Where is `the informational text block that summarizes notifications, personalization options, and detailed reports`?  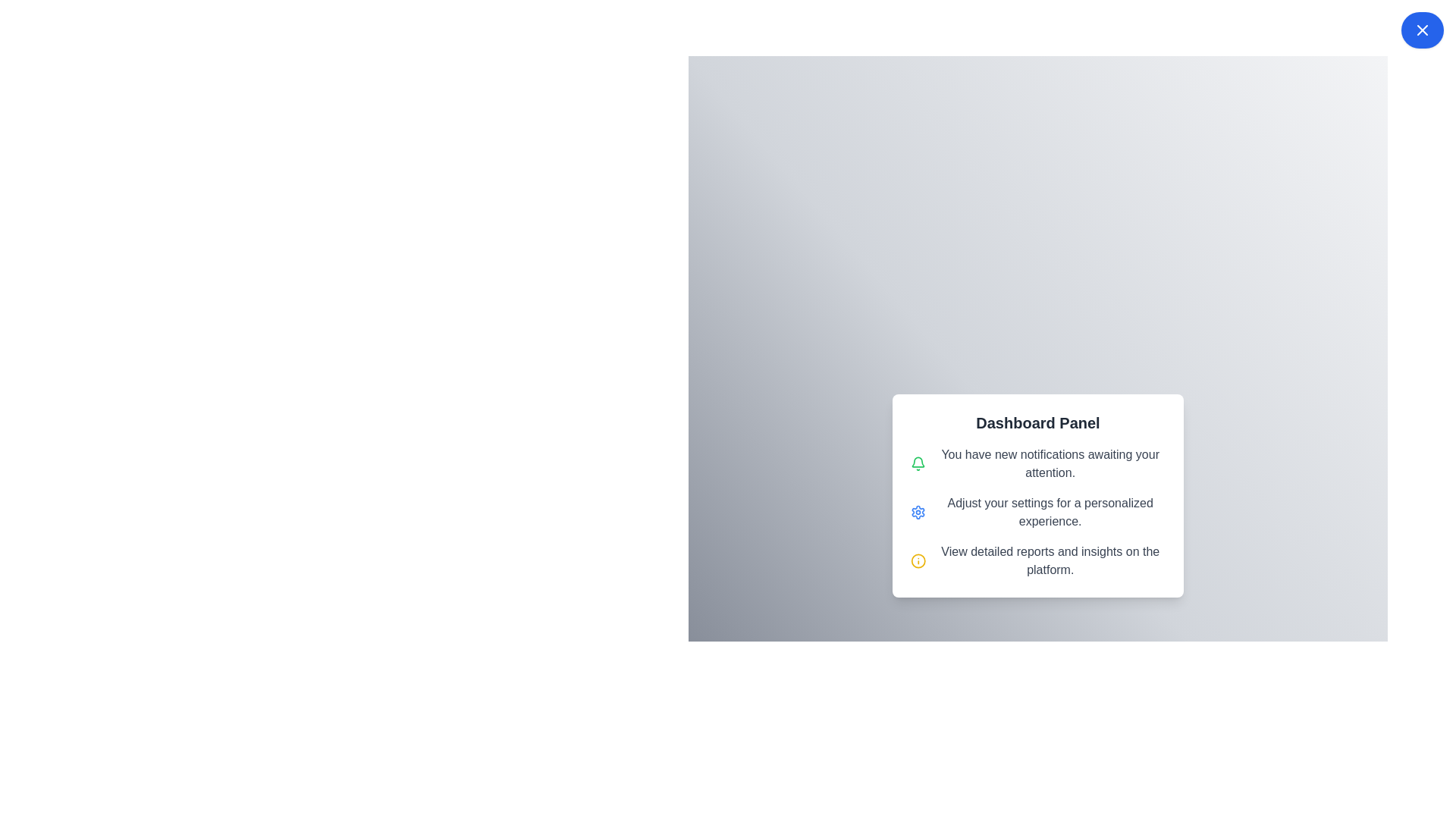
the informational text block that summarizes notifications, personalization options, and detailed reports is located at coordinates (1037, 496).